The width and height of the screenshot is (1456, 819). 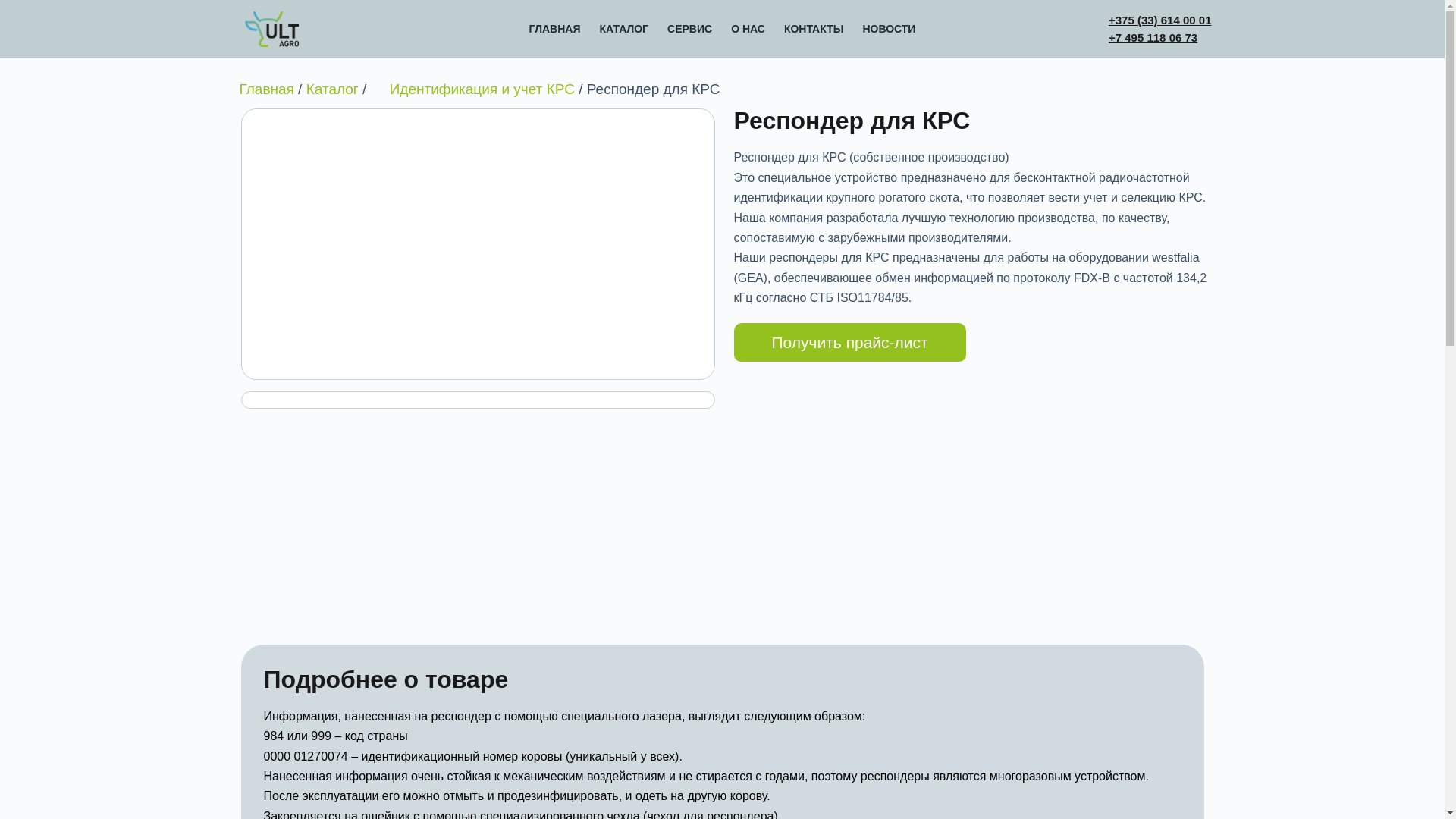 What do you see at coordinates (1153, 36) in the screenshot?
I see `'+7 495 118 06 73'` at bounding box center [1153, 36].